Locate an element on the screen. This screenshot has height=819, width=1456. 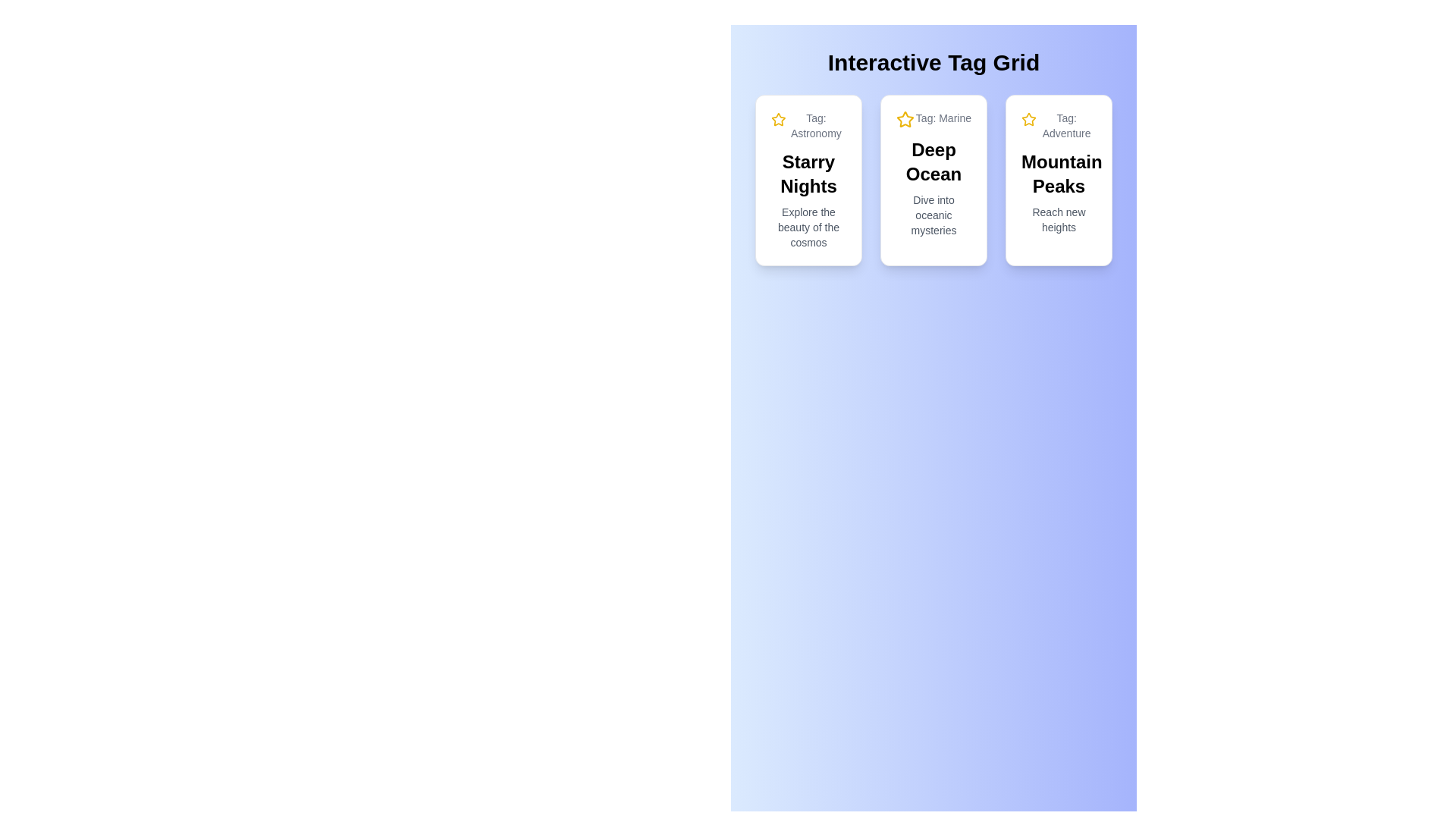
the descriptive tagline below the 'Mountain Peaks' title in the third card of the grid layout is located at coordinates (1058, 219).